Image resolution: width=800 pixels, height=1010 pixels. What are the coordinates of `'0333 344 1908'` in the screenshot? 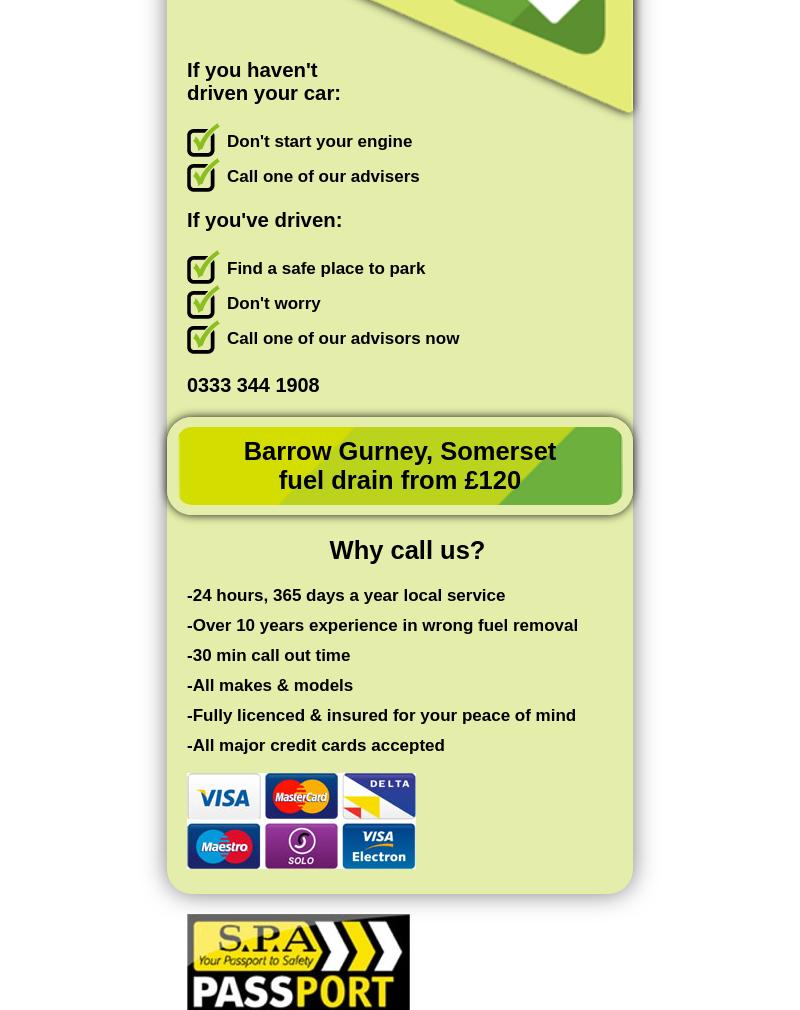 It's located at (252, 384).